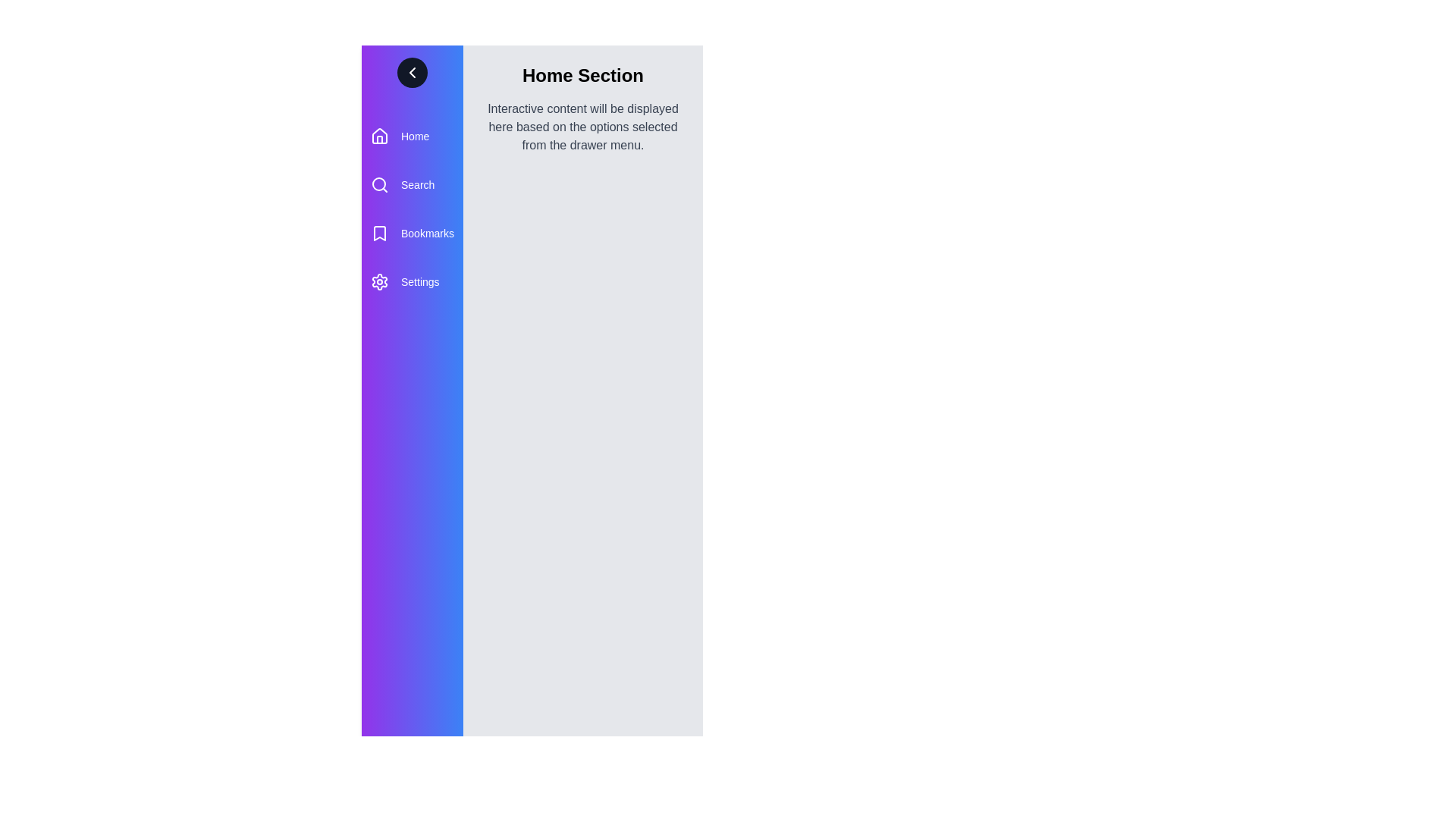 Image resolution: width=1456 pixels, height=819 pixels. Describe the element at coordinates (379, 136) in the screenshot. I see `the menu item Home to check its associated icon` at that location.